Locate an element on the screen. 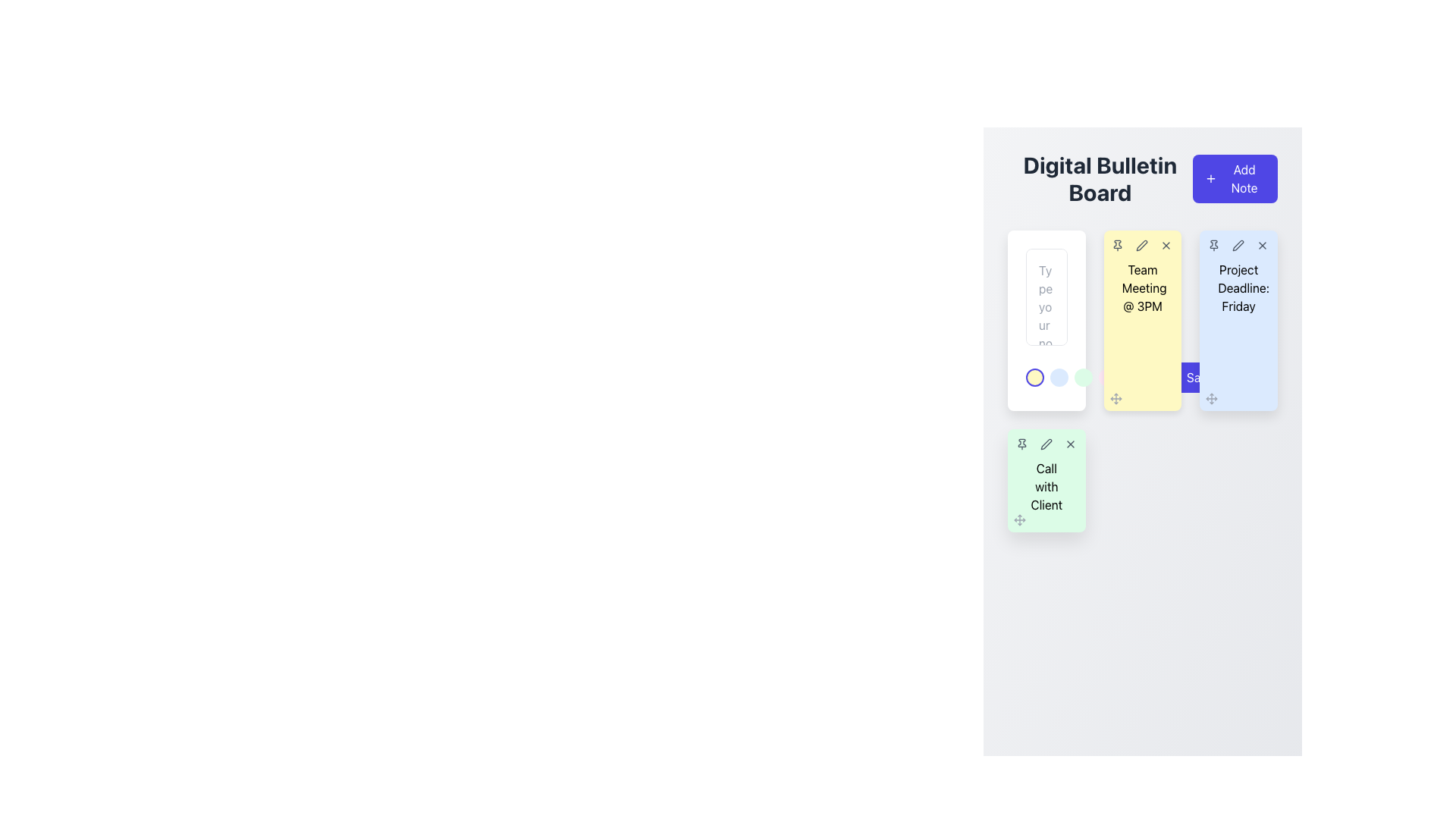 The height and width of the screenshot is (819, 1456). the circular button with a soft blue background, the second from the left in a sequence of five indicators is located at coordinates (1058, 376).